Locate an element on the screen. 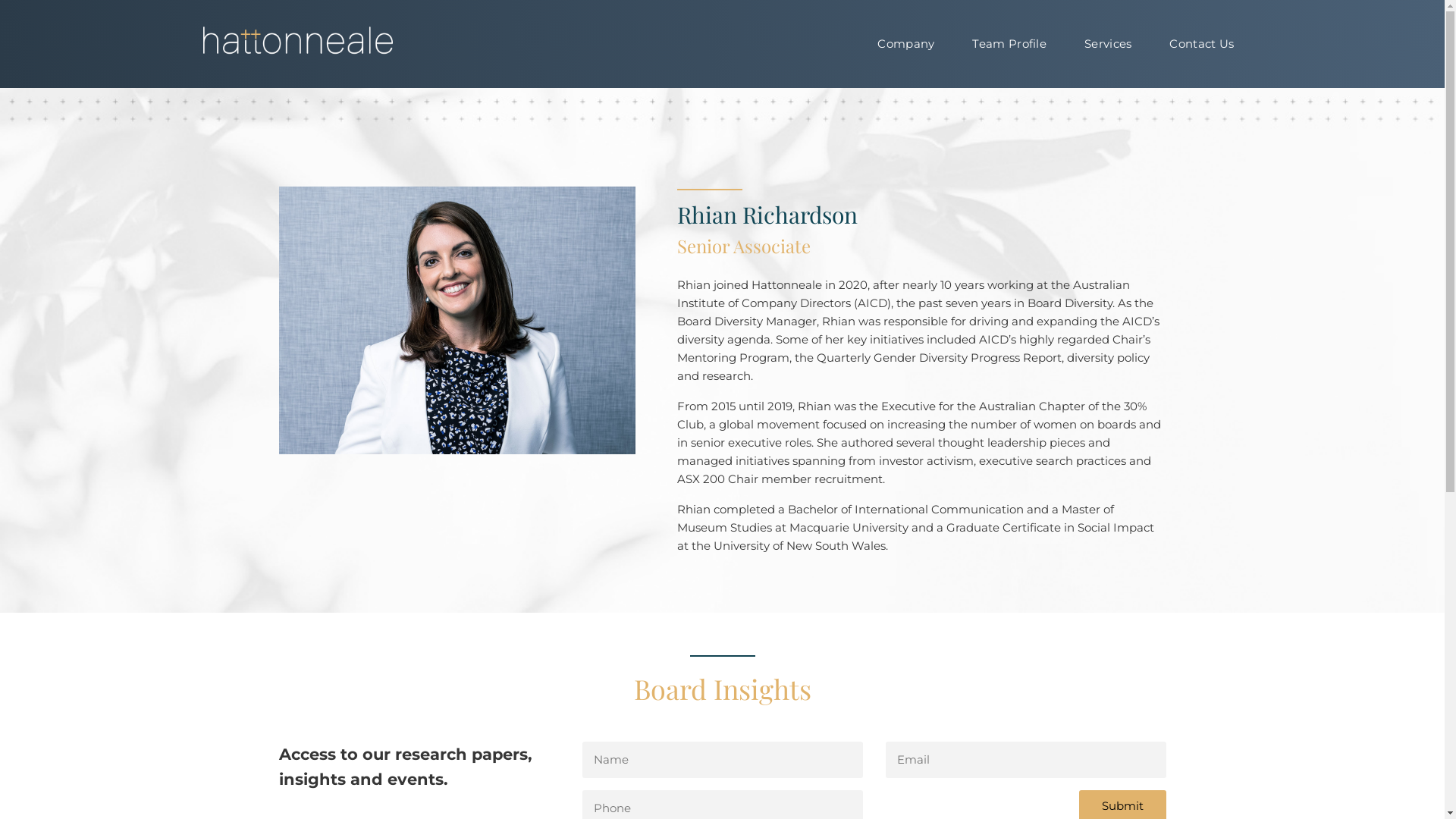  'Services' is located at coordinates (1107, 42).